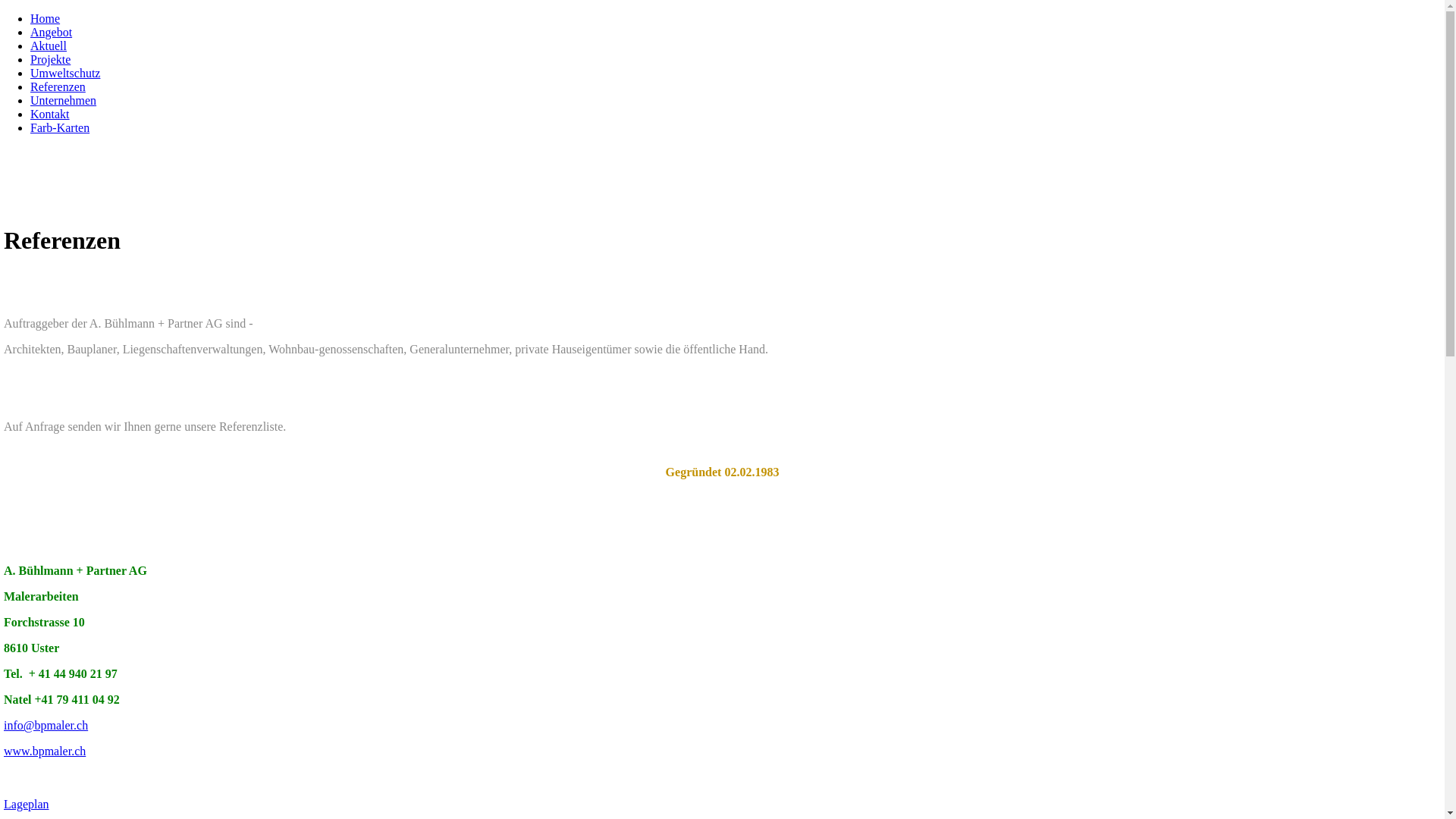  I want to click on 'Farb-Karten', so click(59, 127).